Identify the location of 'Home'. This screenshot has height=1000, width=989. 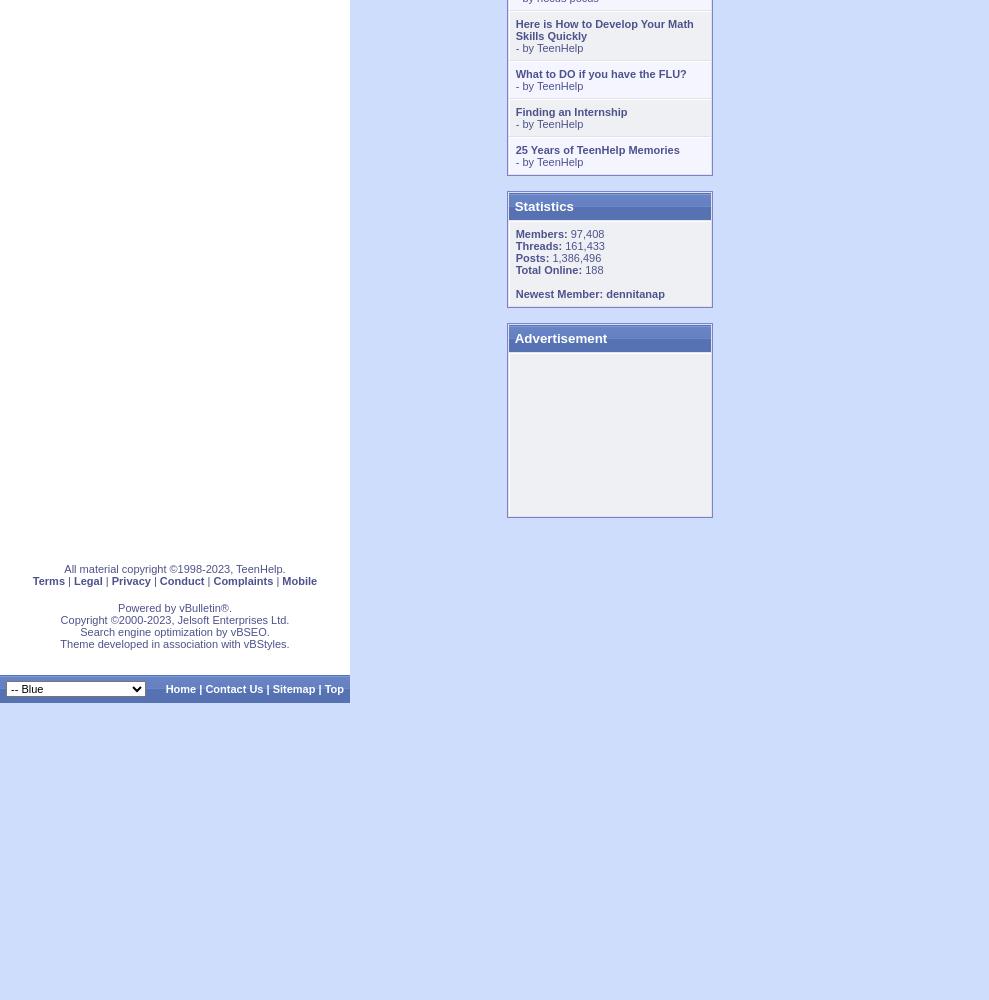
(180, 688).